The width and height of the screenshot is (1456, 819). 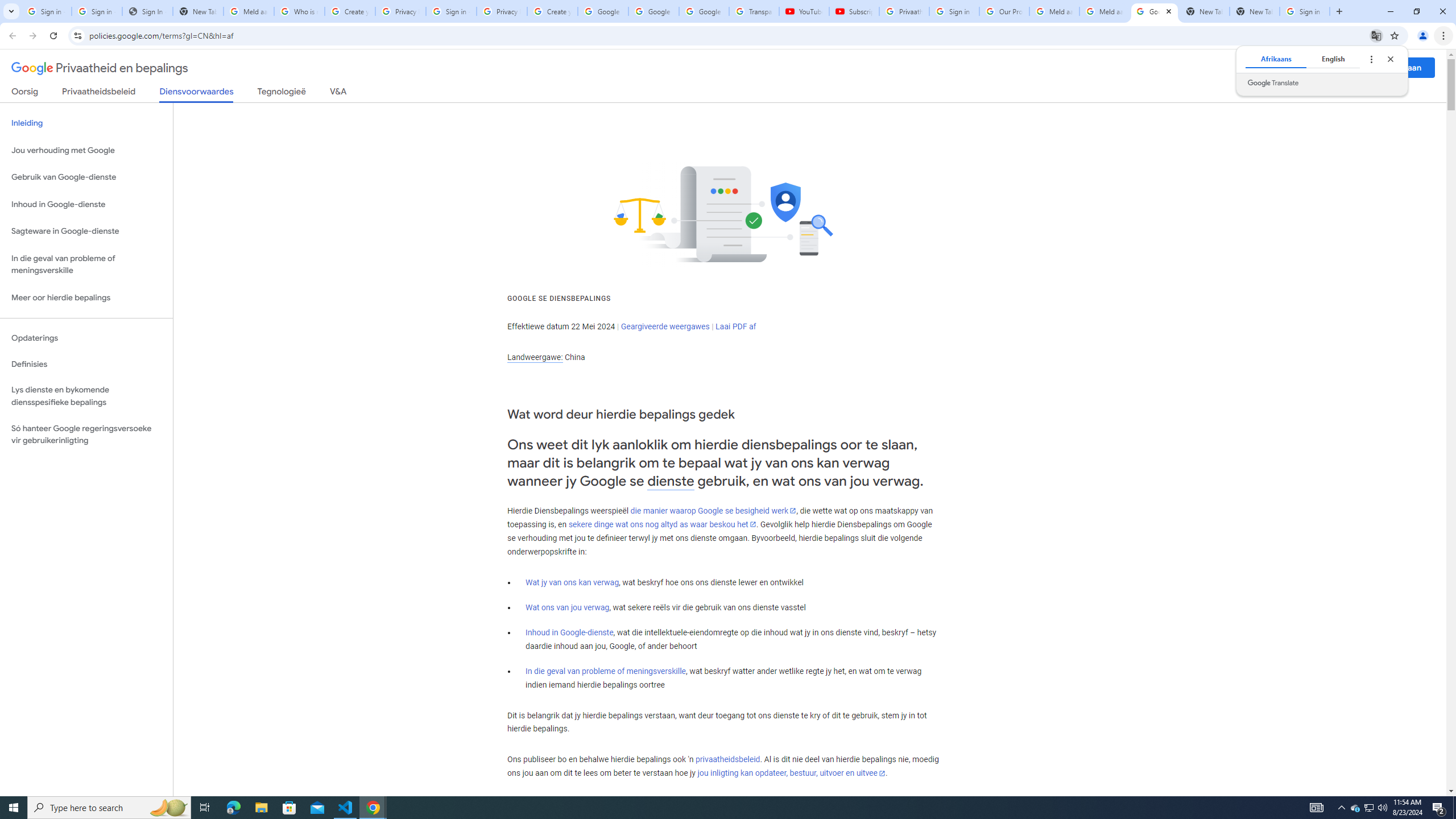 I want to click on 'New Tab', so click(x=1254, y=11).